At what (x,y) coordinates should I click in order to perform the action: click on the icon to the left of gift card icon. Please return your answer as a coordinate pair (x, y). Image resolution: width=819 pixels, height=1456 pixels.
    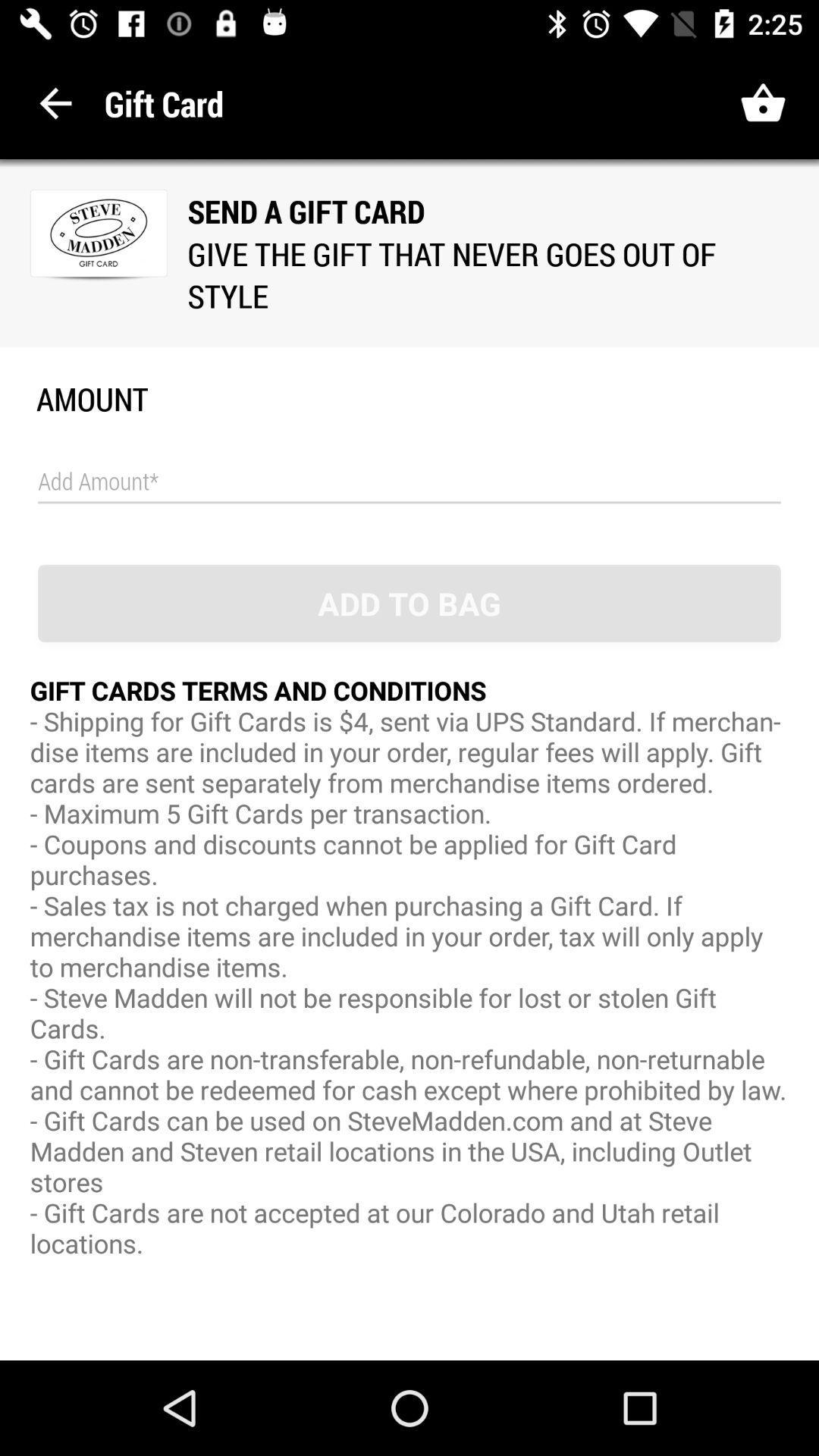
    Looking at the image, I should click on (55, 102).